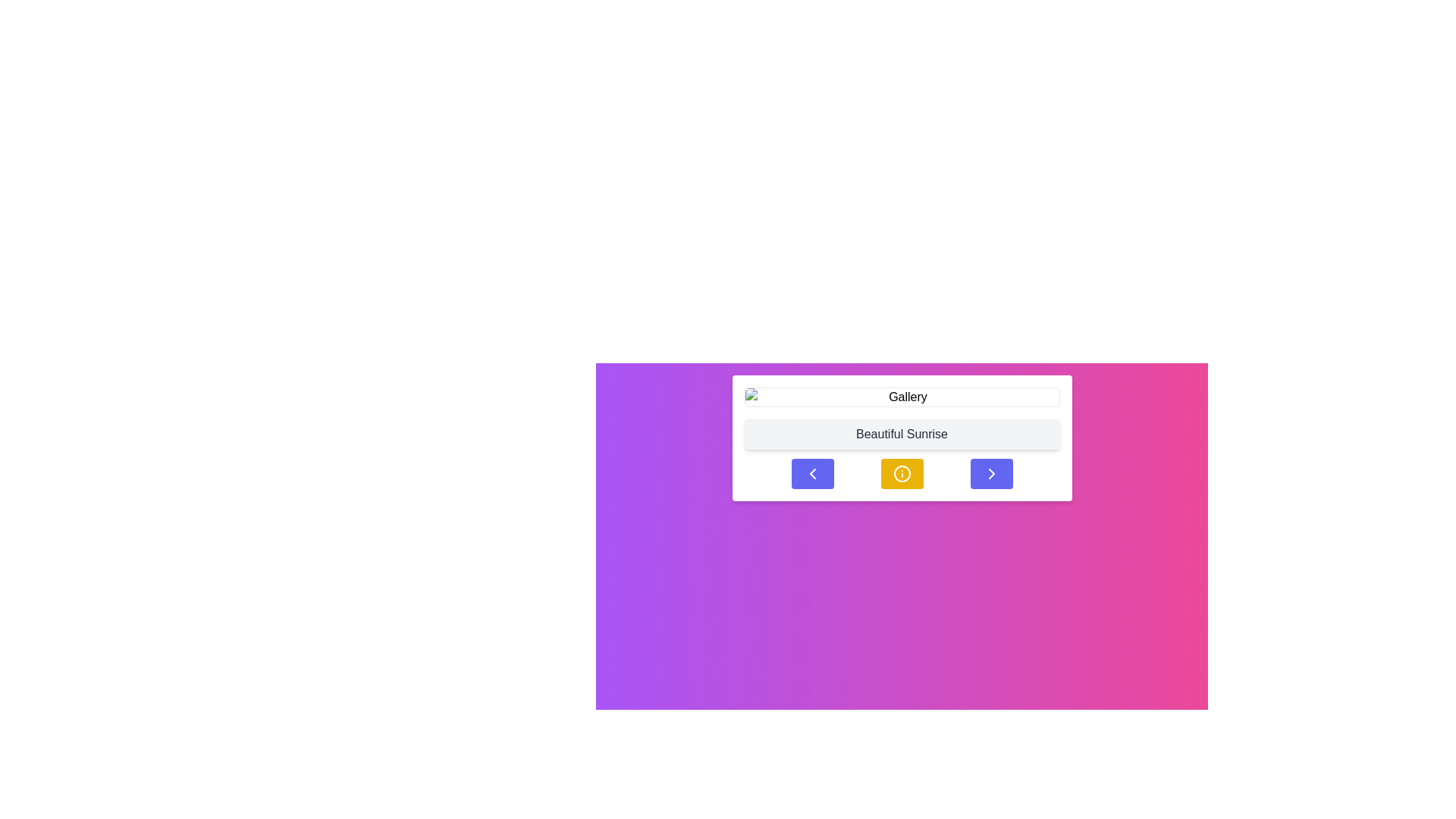 Image resolution: width=1456 pixels, height=819 pixels. Describe the element at coordinates (902, 472) in the screenshot. I see `the button located below the text 'Beautiful Sunrise', positioned` at that location.